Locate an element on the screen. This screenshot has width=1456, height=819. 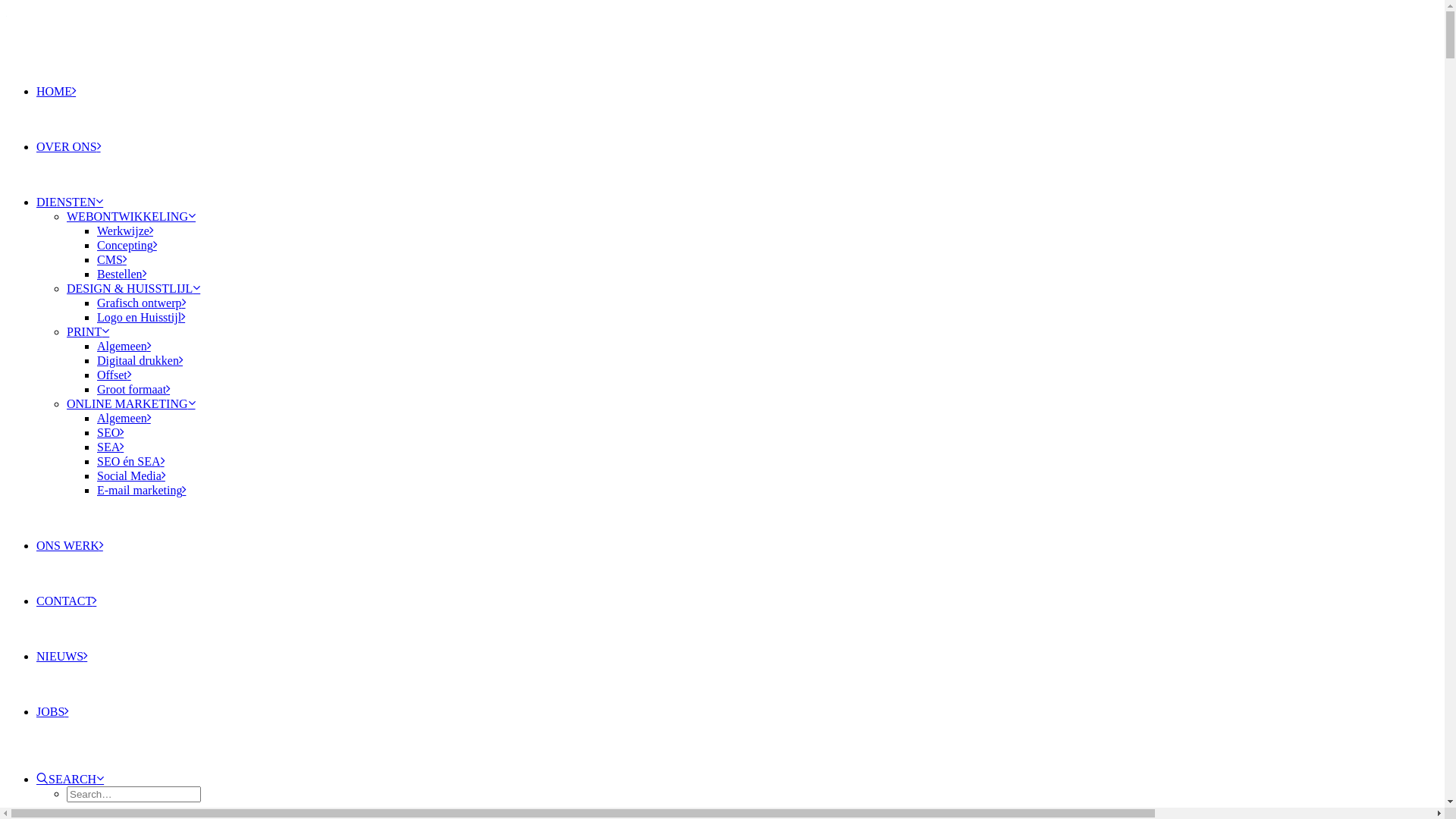
'ONLINE MARKETING' is located at coordinates (130, 403).